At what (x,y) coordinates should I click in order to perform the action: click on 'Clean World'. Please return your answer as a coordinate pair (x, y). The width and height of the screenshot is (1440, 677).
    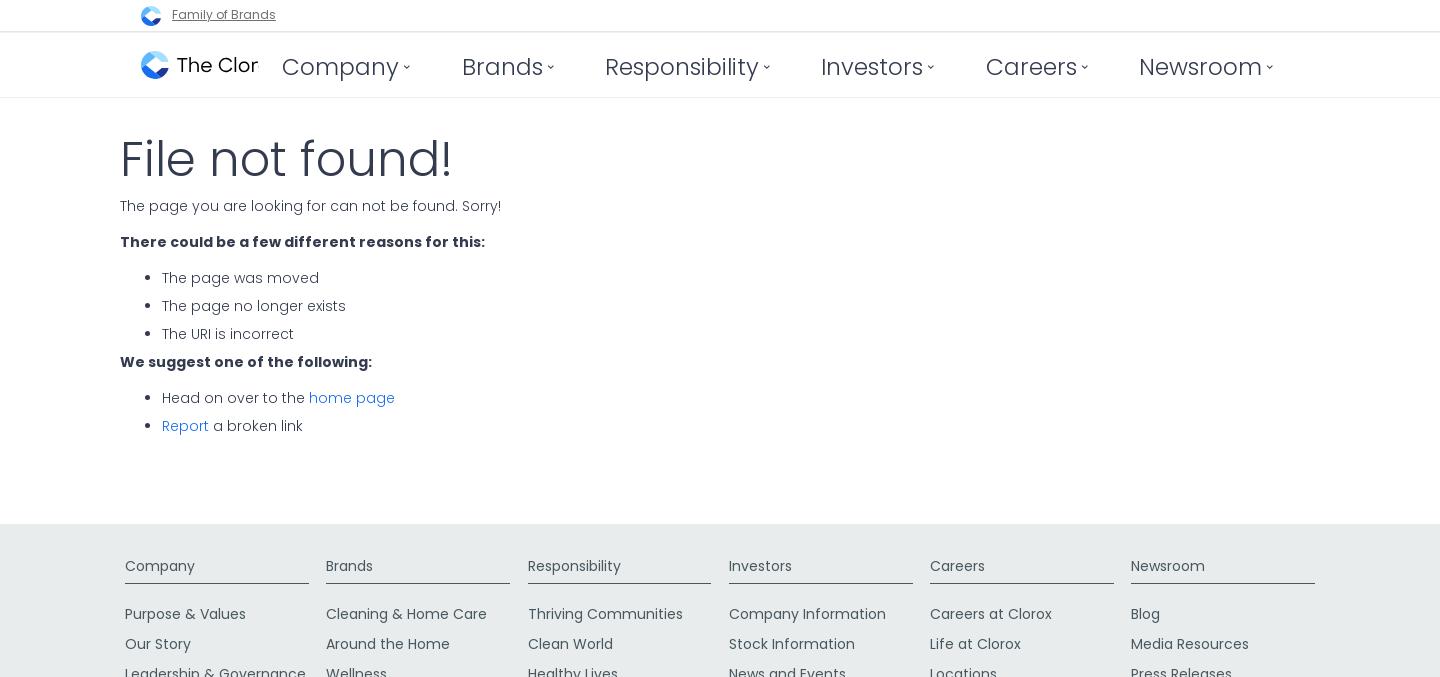
    Looking at the image, I should click on (526, 644).